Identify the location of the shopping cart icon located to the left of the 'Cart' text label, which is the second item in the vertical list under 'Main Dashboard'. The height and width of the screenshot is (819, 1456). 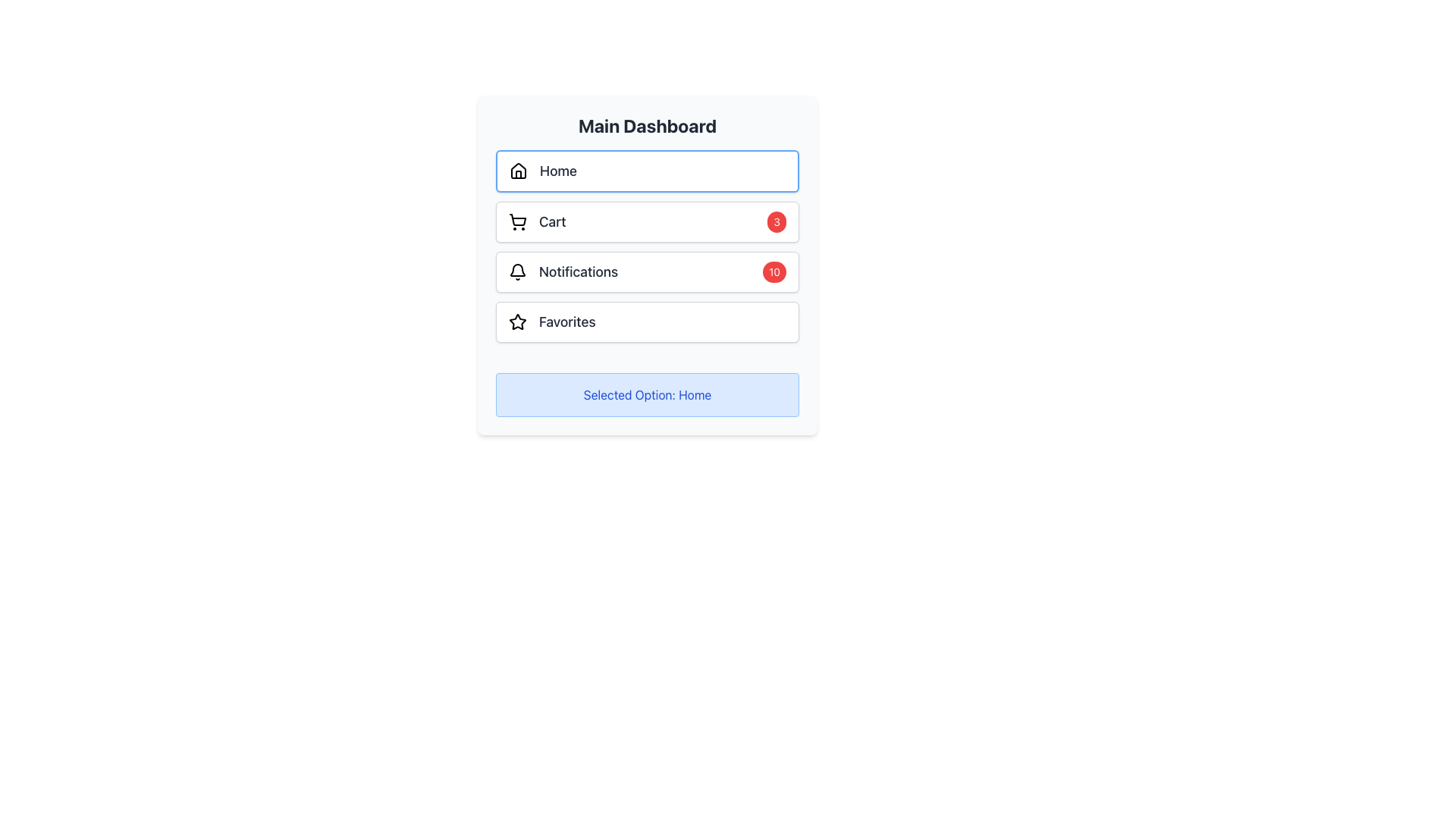
(517, 222).